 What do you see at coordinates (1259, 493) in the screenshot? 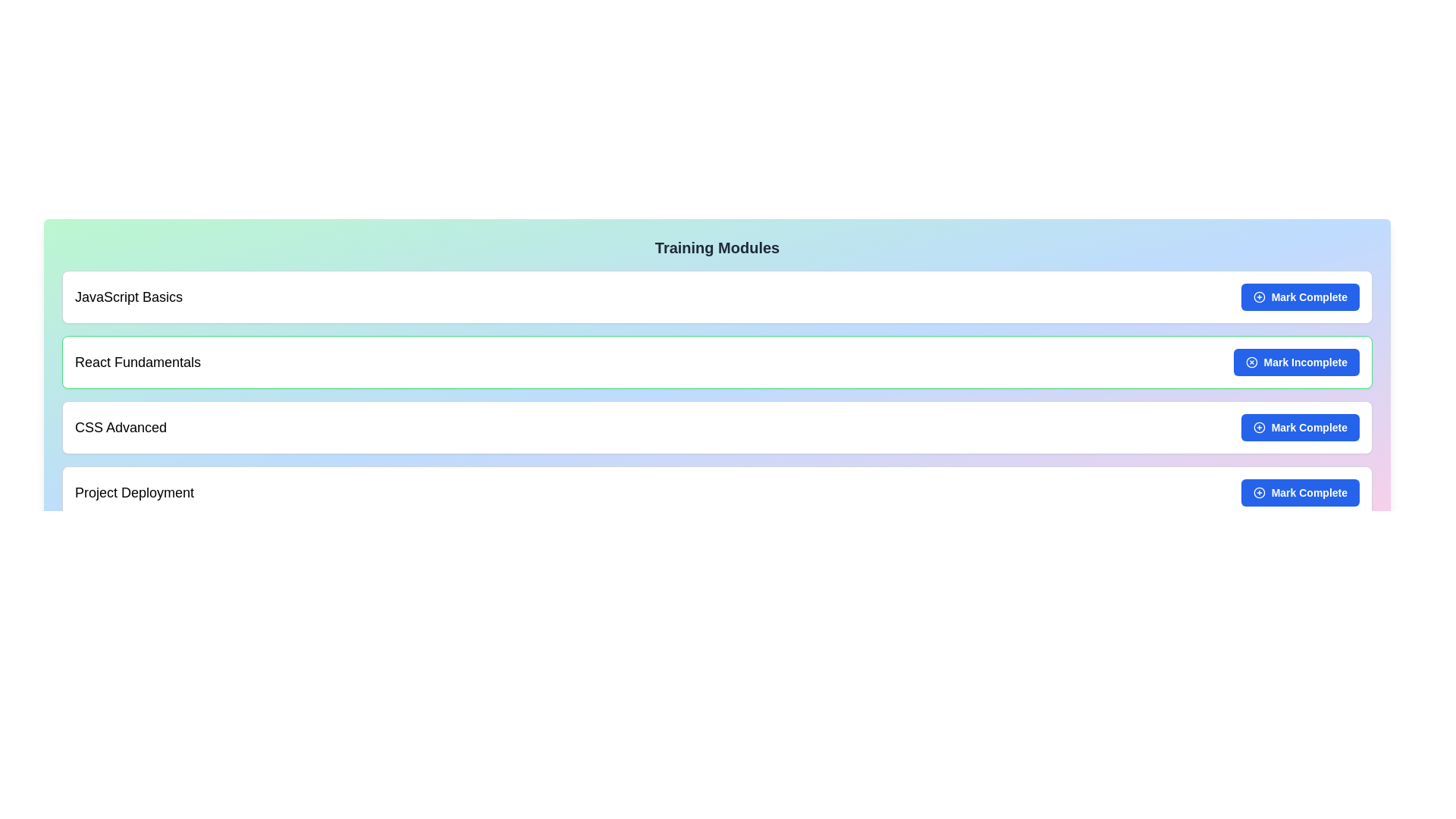
I see `circular '+' icon with a blue outline and white background, located to the left of the 'Mark Complete' text, within the button for 'Project Deployment'` at bounding box center [1259, 493].